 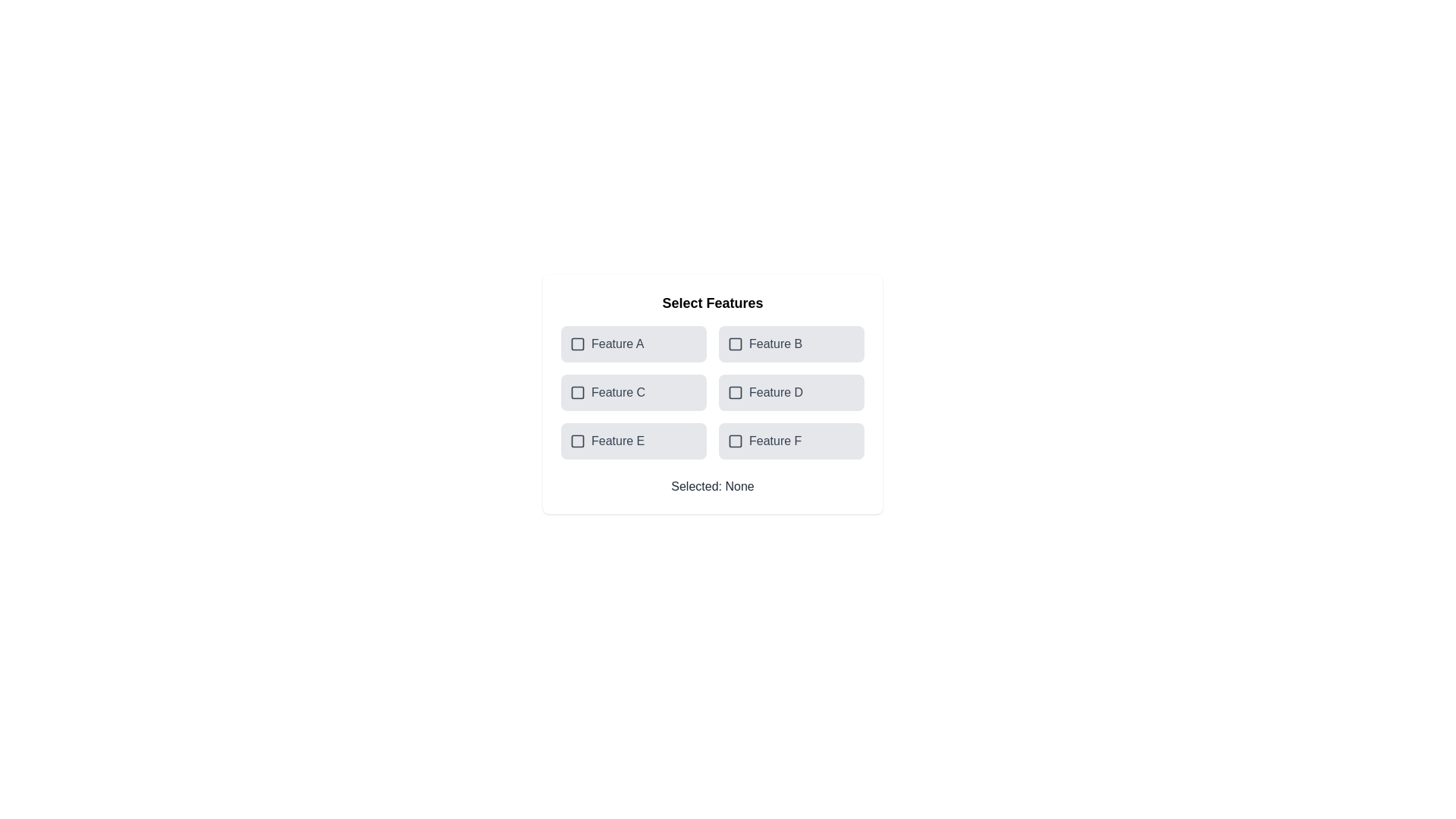 I want to click on the Checkbox icon located next to the text 'Feature C', so click(x=577, y=391).